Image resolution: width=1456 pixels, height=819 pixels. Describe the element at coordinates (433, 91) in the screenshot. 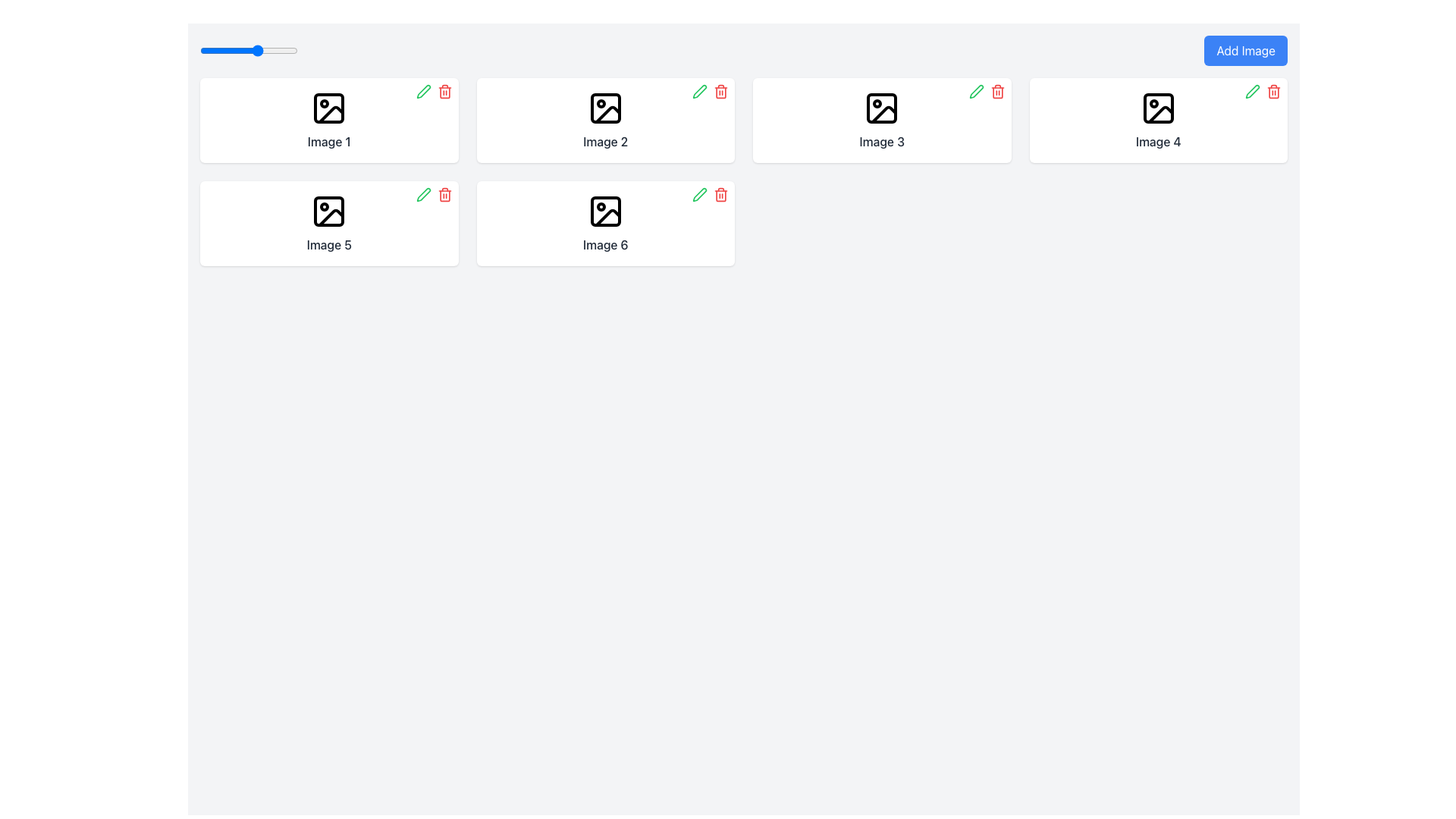

I see `the red trash bin icon in the top-right corner of the 'Image 1' card` at that location.